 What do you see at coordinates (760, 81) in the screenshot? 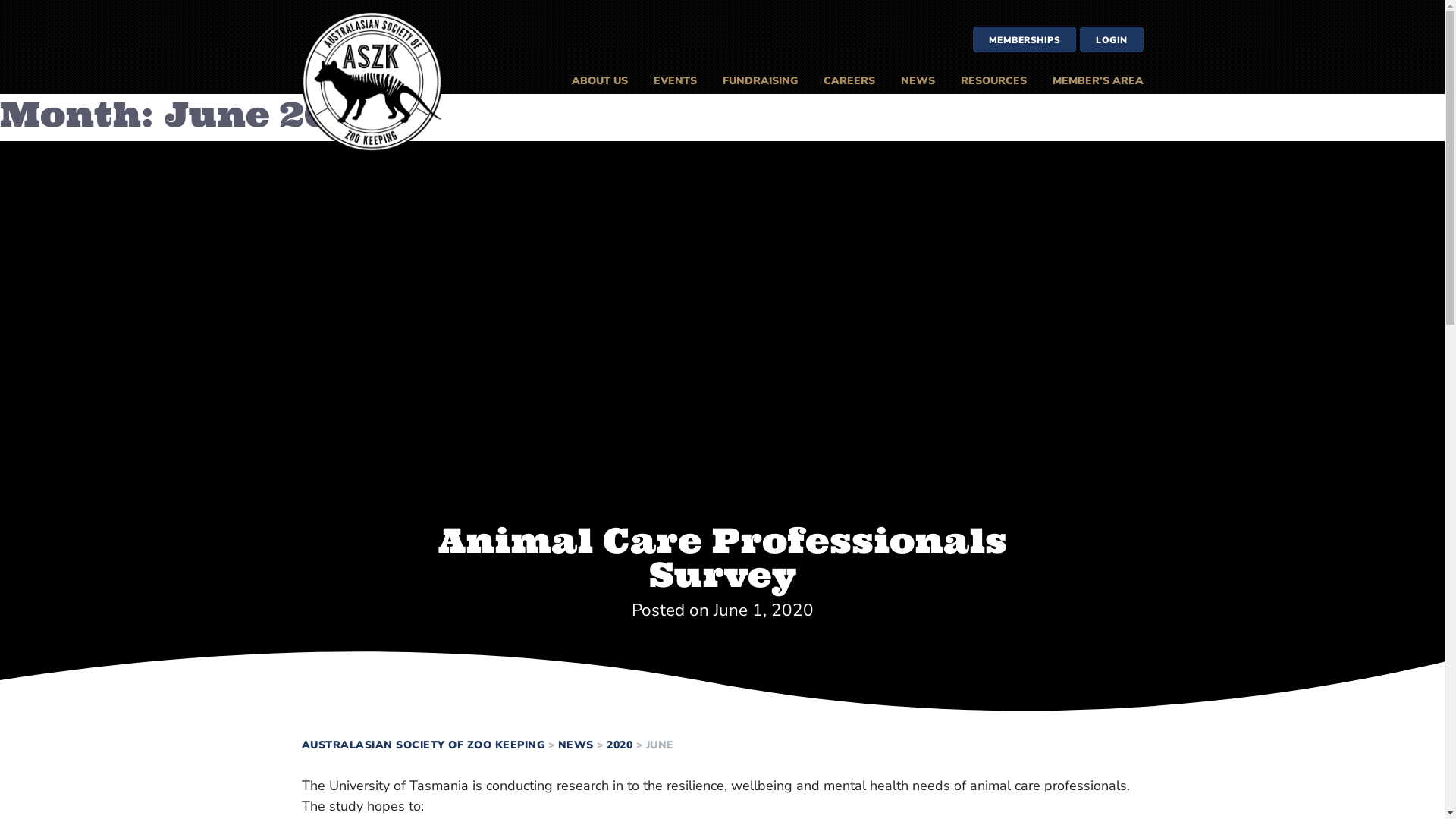
I see `'FUNDRAISING'` at bounding box center [760, 81].